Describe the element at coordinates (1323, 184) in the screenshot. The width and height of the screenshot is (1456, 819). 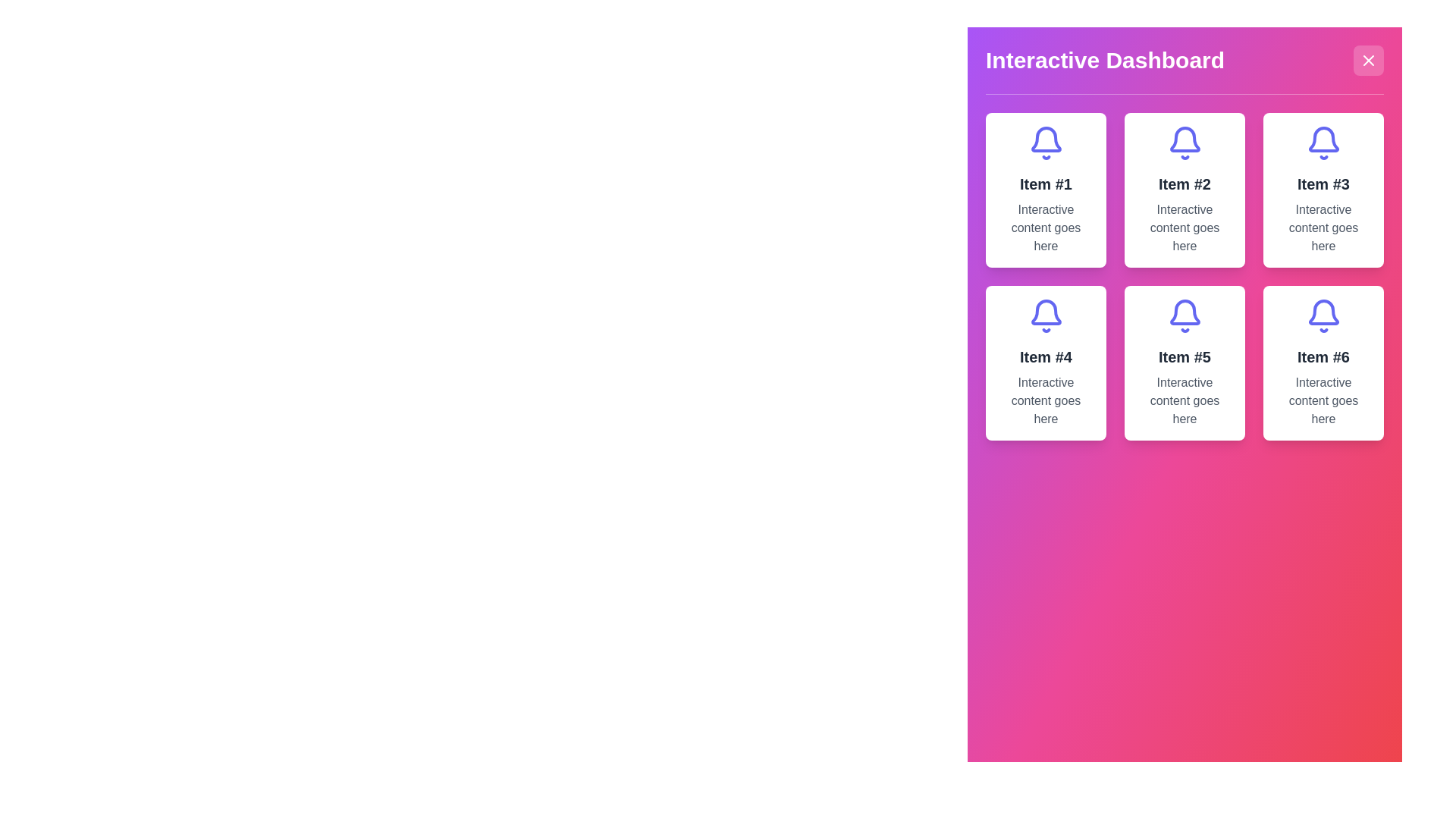
I see `the card containing the text 'Item #3' displayed in bold dark gray font` at that location.